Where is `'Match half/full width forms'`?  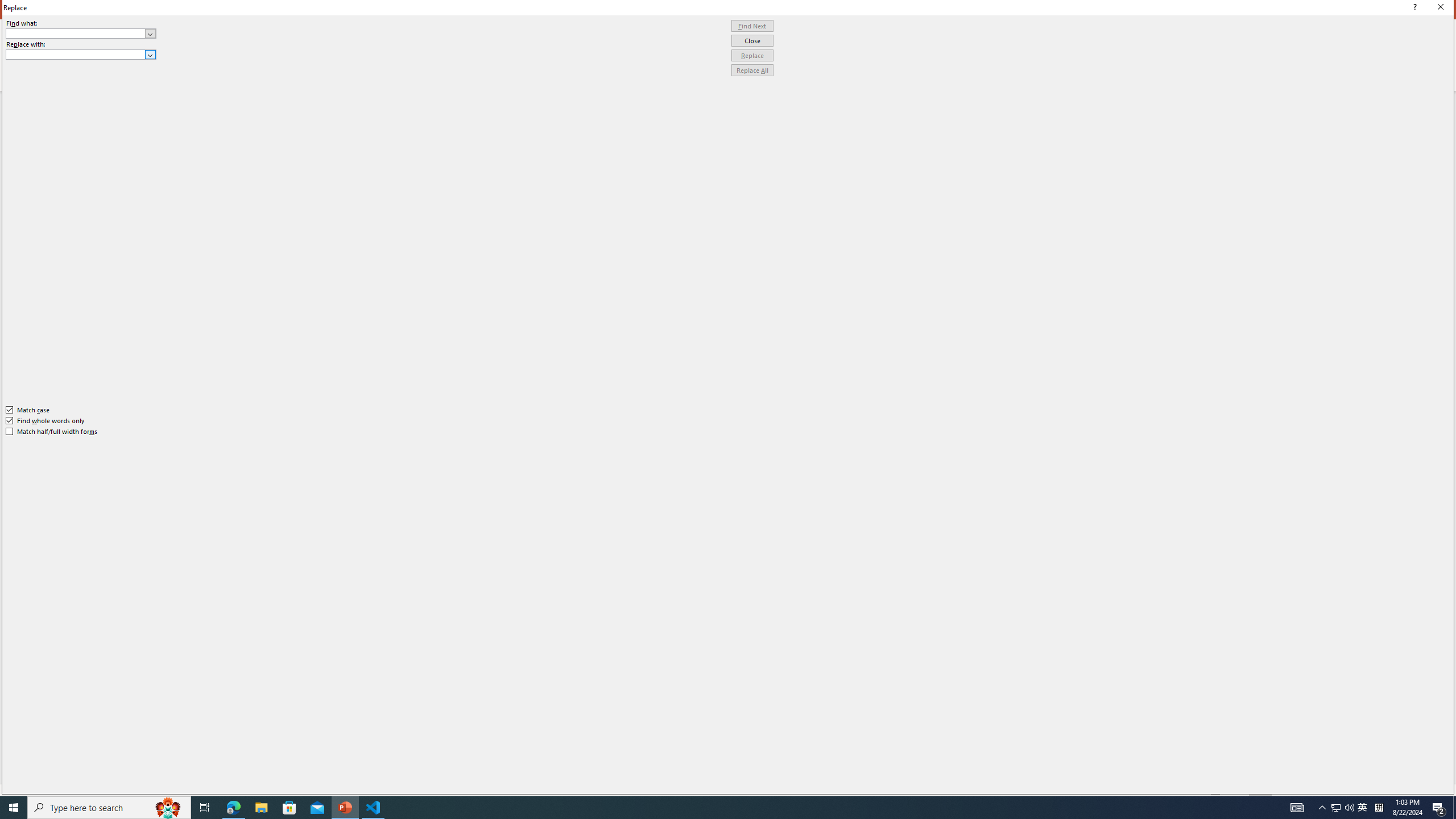
'Match half/full width forms' is located at coordinates (52, 431).